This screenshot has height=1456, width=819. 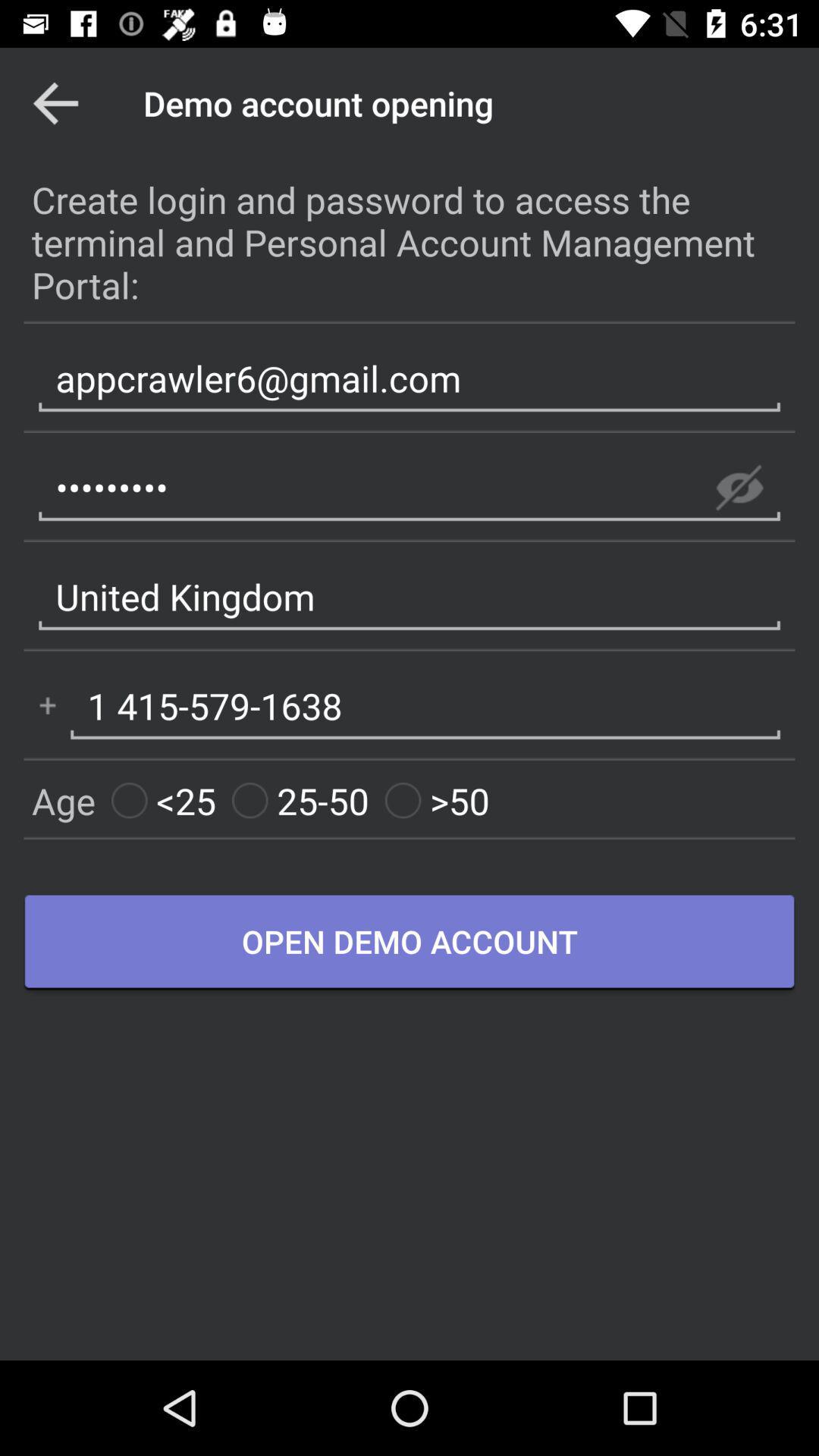 What do you see at coordinates (55, 102) in the screenshot?
I see `previous` at bounding box center [55, 102].